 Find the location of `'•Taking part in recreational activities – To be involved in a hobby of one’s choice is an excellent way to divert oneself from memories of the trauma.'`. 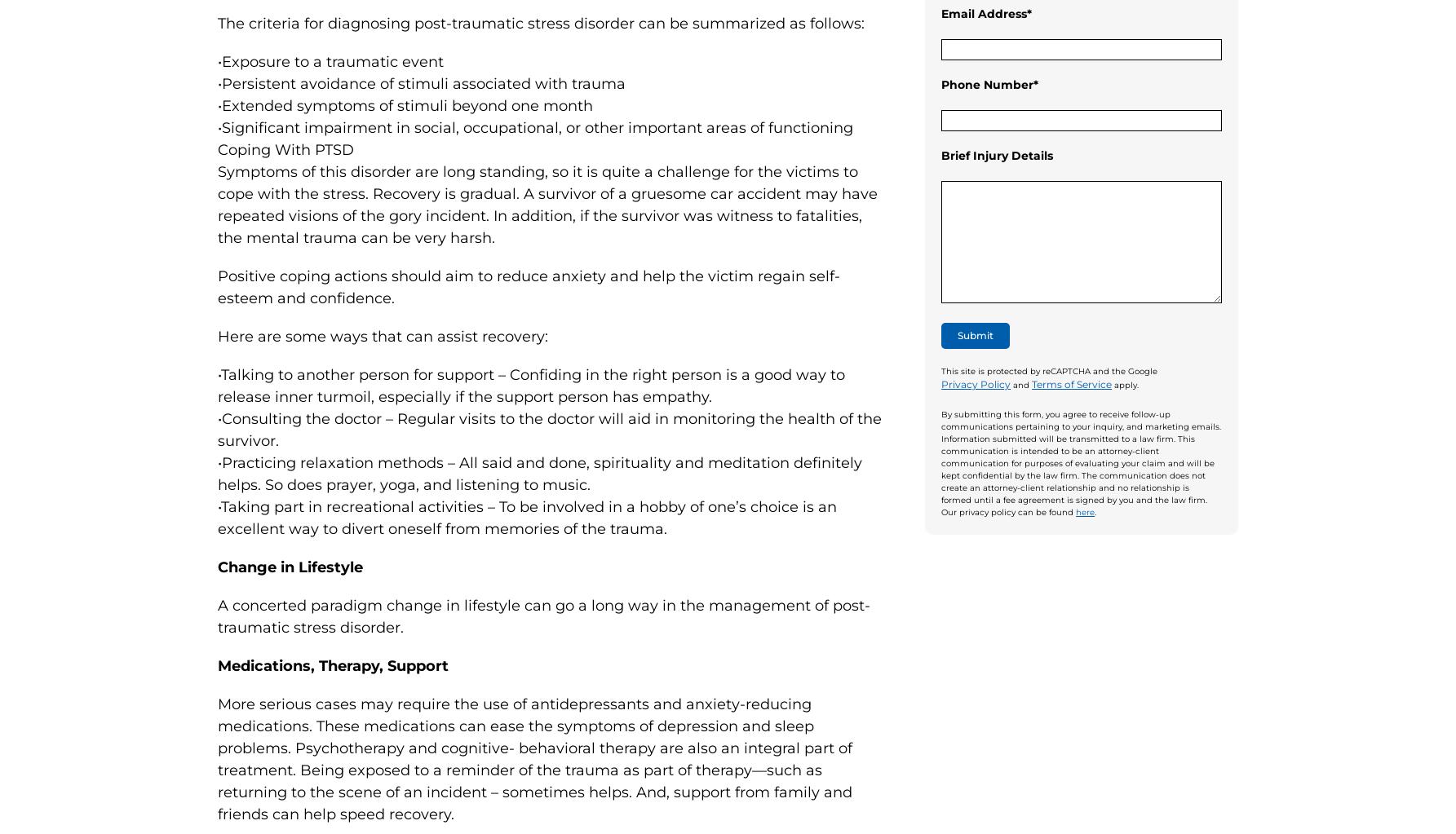

'•Taking part in recreational activities – To be involved in a hobby of one’s choice is an excellent way to divert oneself from memories of the trauma.' is located at coordinates (526, 517).